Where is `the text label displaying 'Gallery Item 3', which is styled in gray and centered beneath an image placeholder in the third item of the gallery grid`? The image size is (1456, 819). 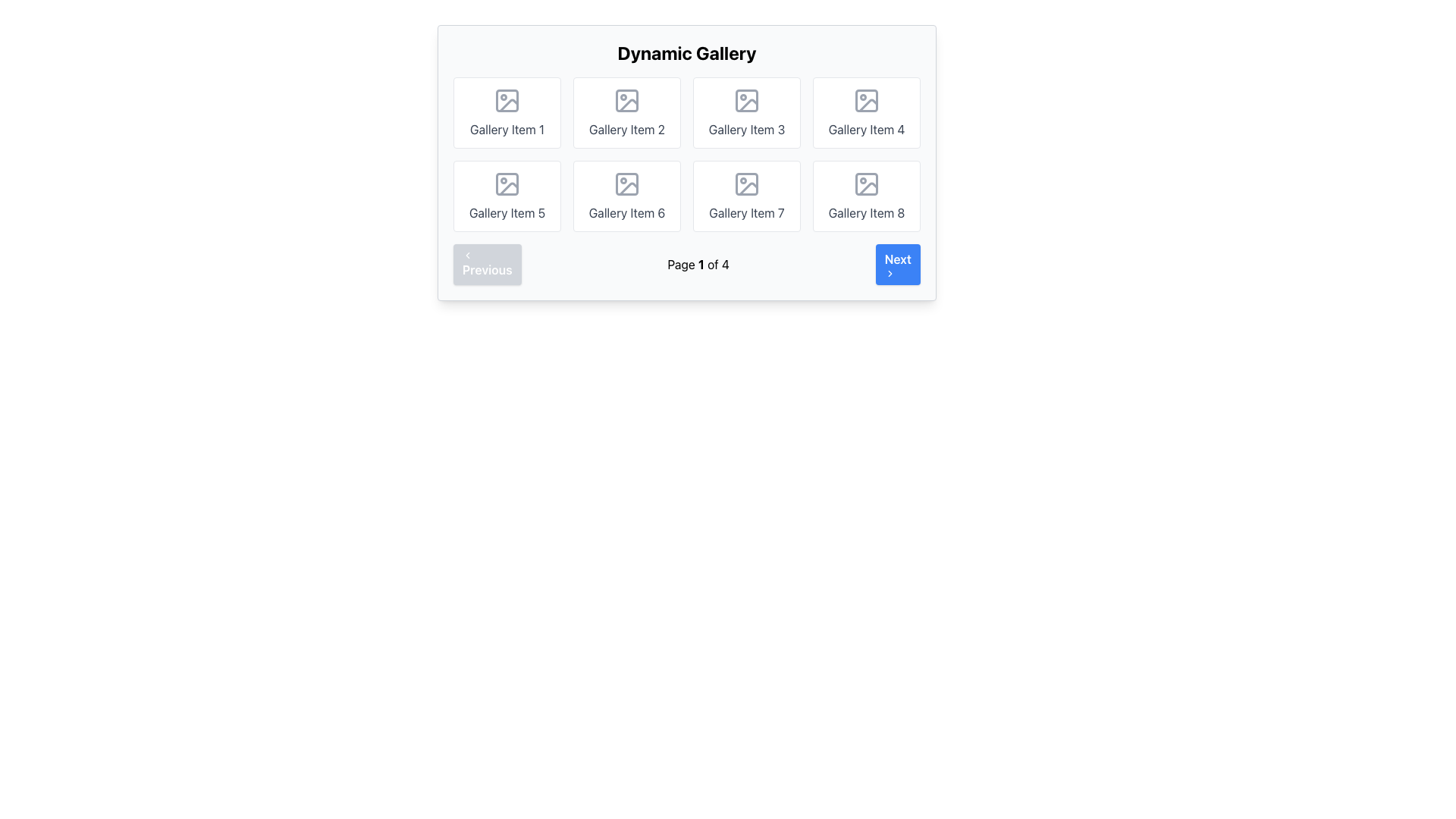
the text label displaying 'Gallery Item 3', which is styled in gray and centered beneath an image placeholder in the third item of the gallery grid is located at coordinates (746, 128).